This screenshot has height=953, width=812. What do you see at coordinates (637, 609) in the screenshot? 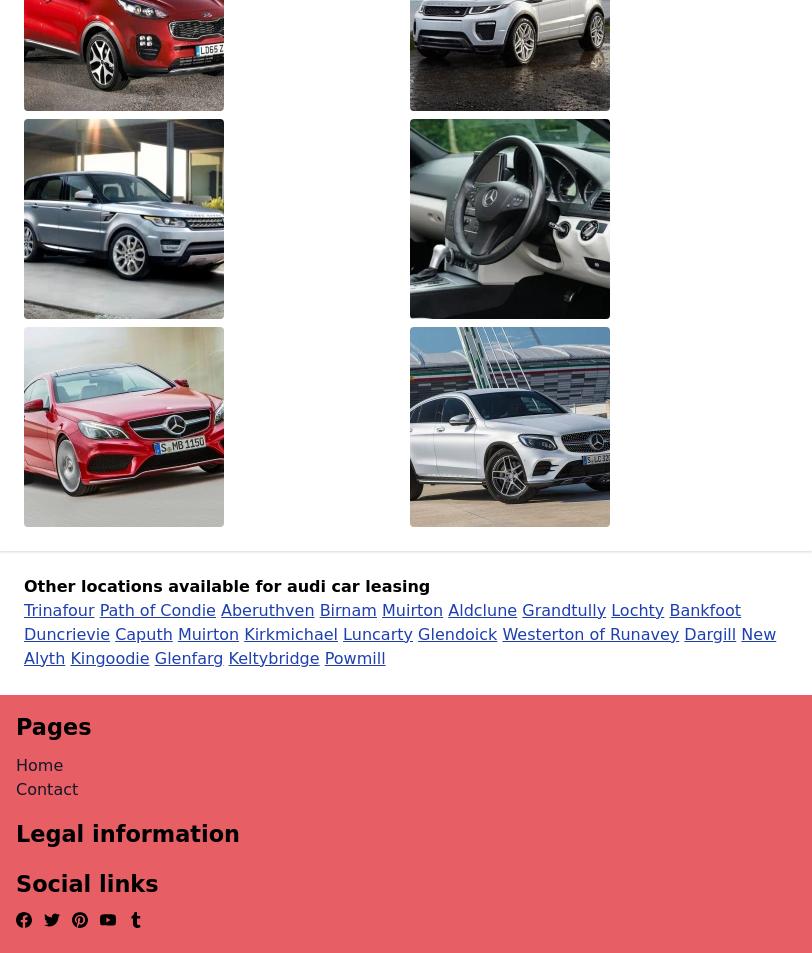
I see `'Lochty'` at bounding box center [637, 609].